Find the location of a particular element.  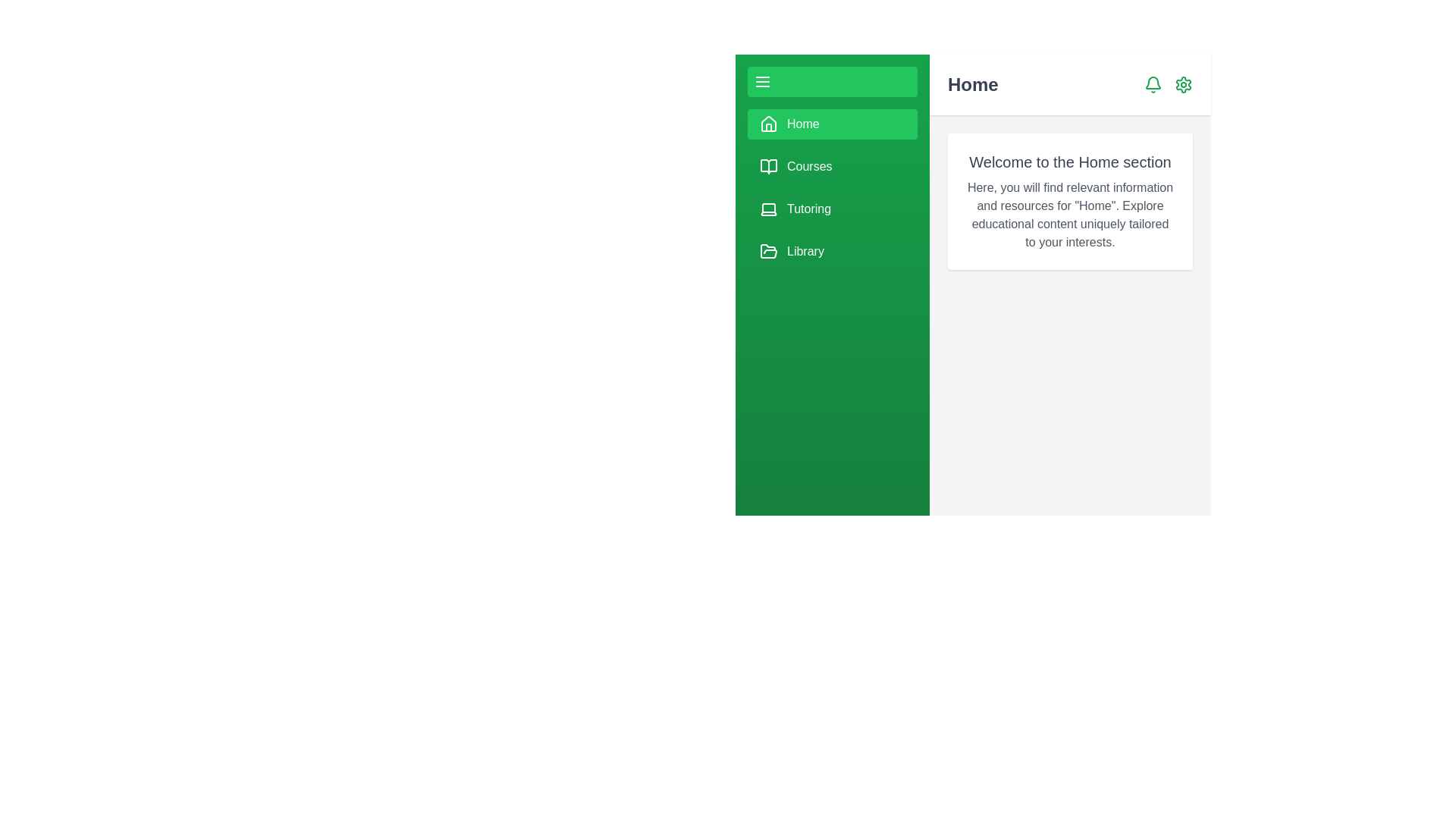

the SVG graphic element icon located at the center of its bounding box in the interactive menu is located at coordinates (768, 250).